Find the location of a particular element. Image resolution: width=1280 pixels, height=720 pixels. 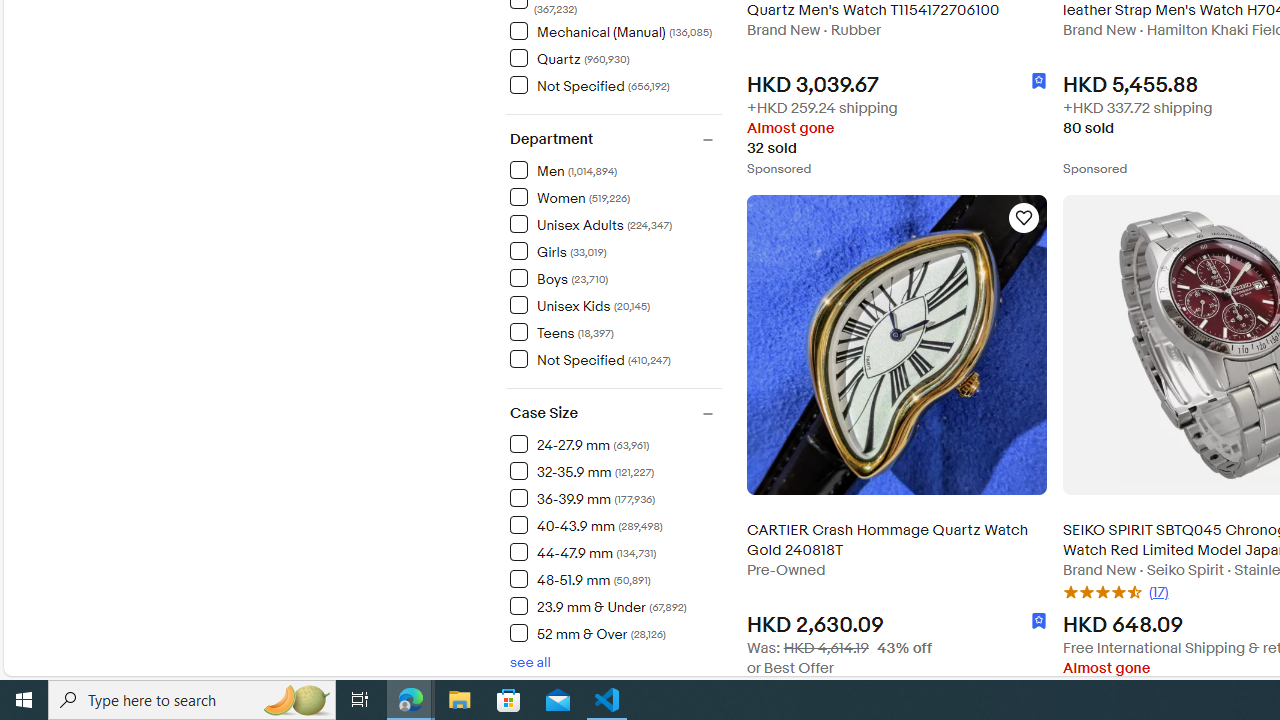

'48-51.9 mm (50,891) Items' is located at coordinates (579, 579).